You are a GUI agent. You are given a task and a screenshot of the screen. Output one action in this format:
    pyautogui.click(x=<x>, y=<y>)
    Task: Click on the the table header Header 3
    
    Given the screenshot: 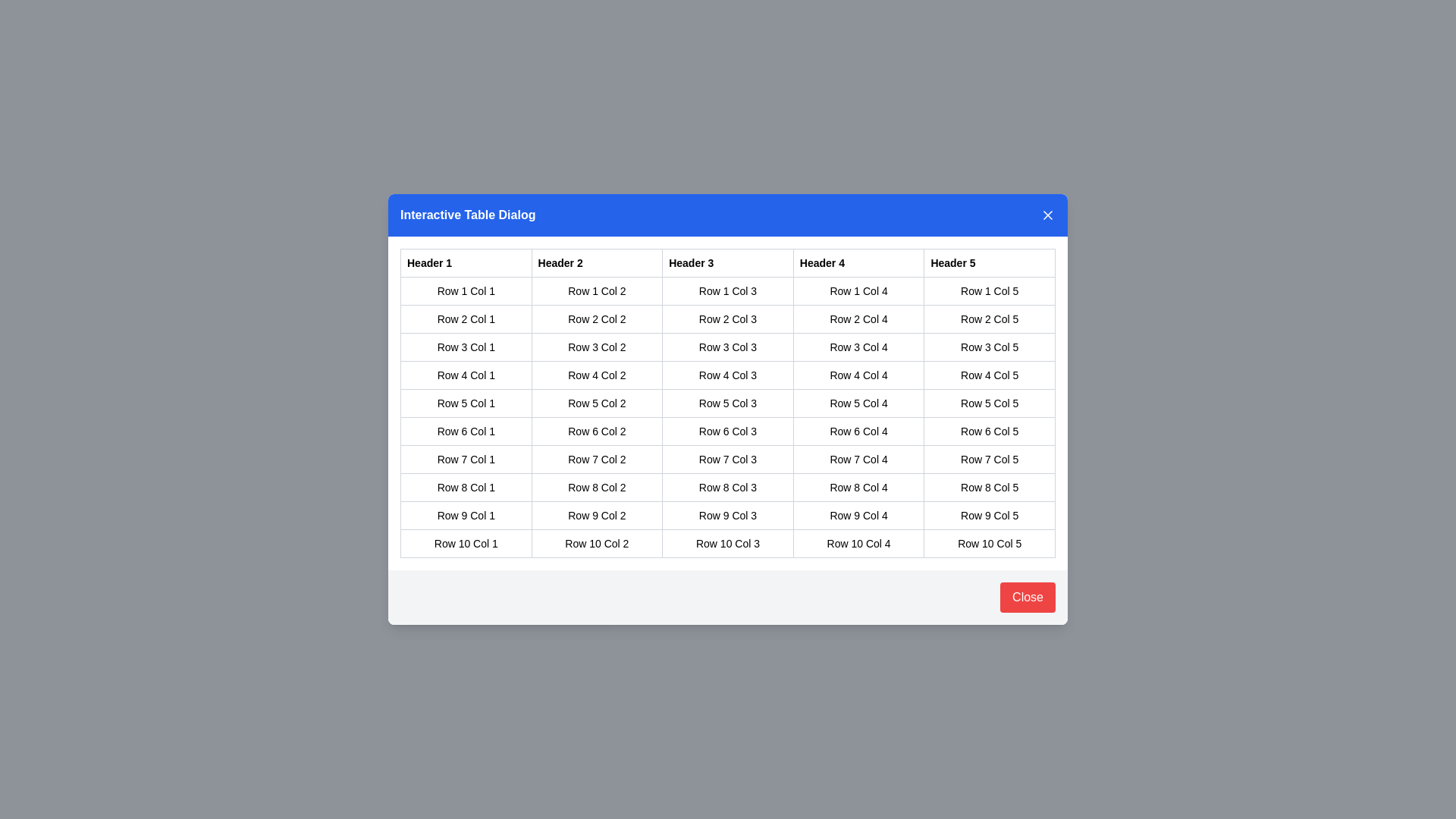 What is the action you would take?
    pyautogui.click(x=728, y=262)
    